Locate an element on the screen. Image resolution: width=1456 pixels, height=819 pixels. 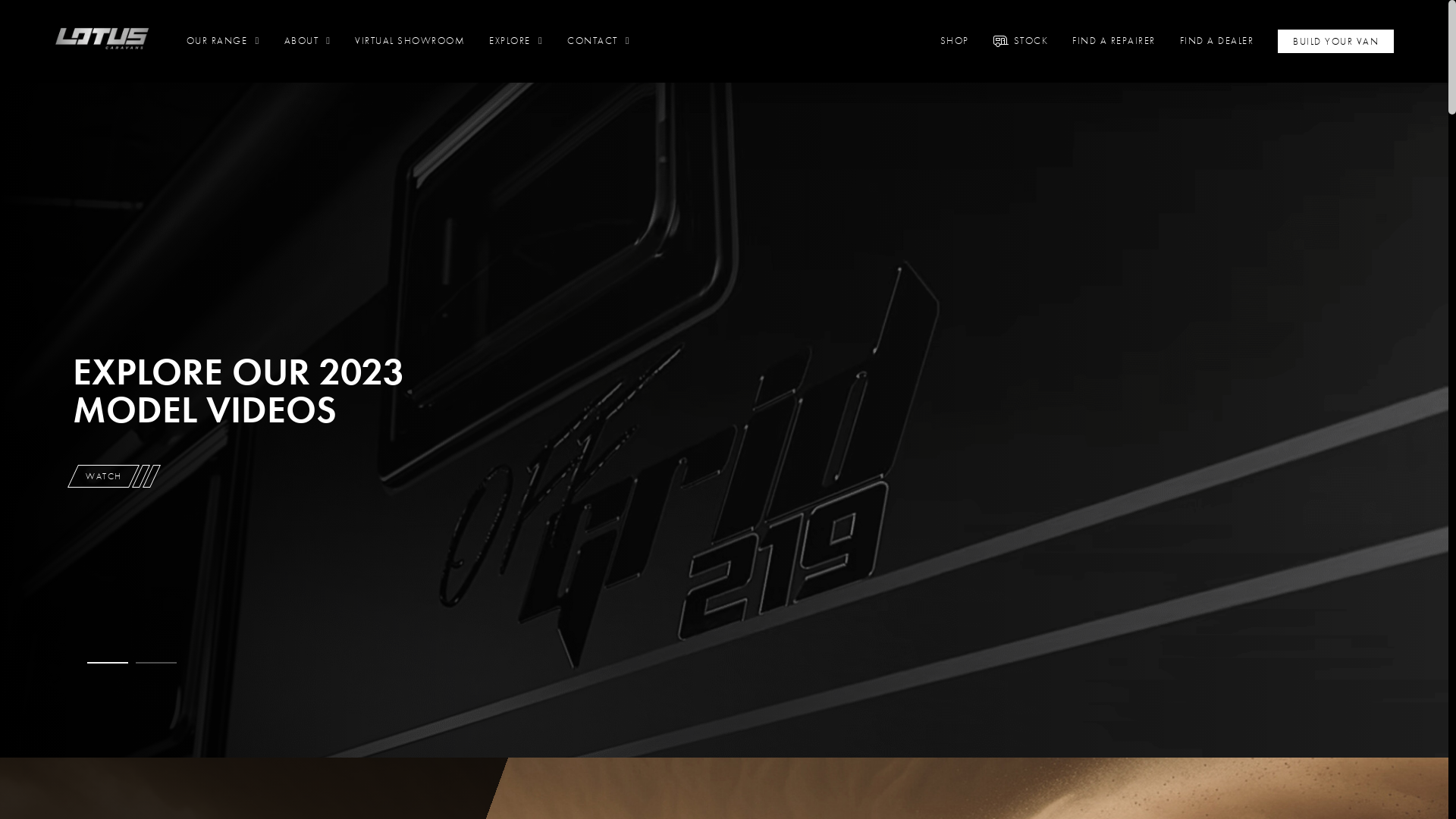
'OUR RANGE' is located at coordinates (222, 40).